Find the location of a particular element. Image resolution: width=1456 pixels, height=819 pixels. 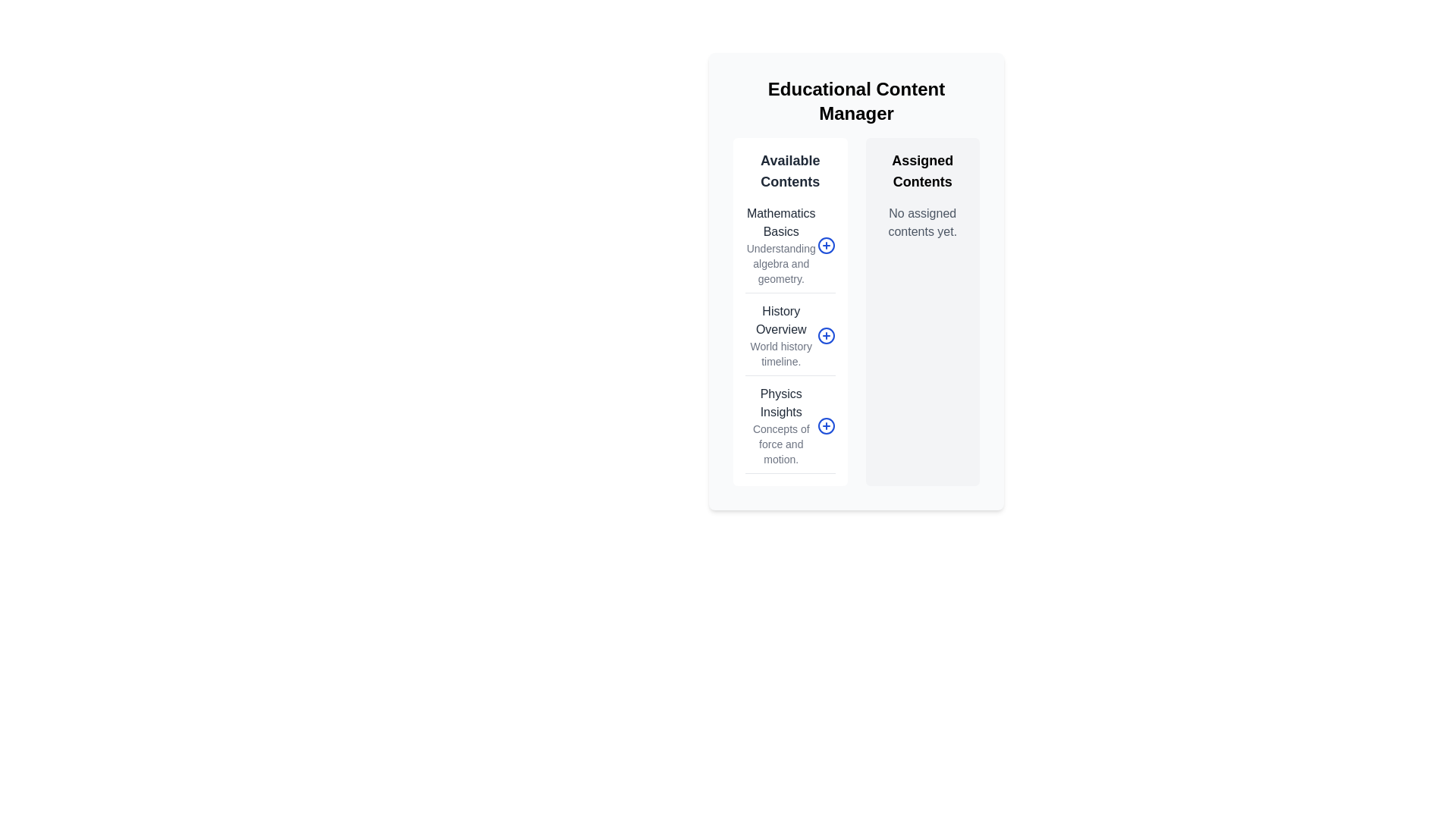

the 'Mathematics Basics' text label located at the top of the 'Available Contents' section in the Educational Content Manager interface is located at coordinates (781, 222).